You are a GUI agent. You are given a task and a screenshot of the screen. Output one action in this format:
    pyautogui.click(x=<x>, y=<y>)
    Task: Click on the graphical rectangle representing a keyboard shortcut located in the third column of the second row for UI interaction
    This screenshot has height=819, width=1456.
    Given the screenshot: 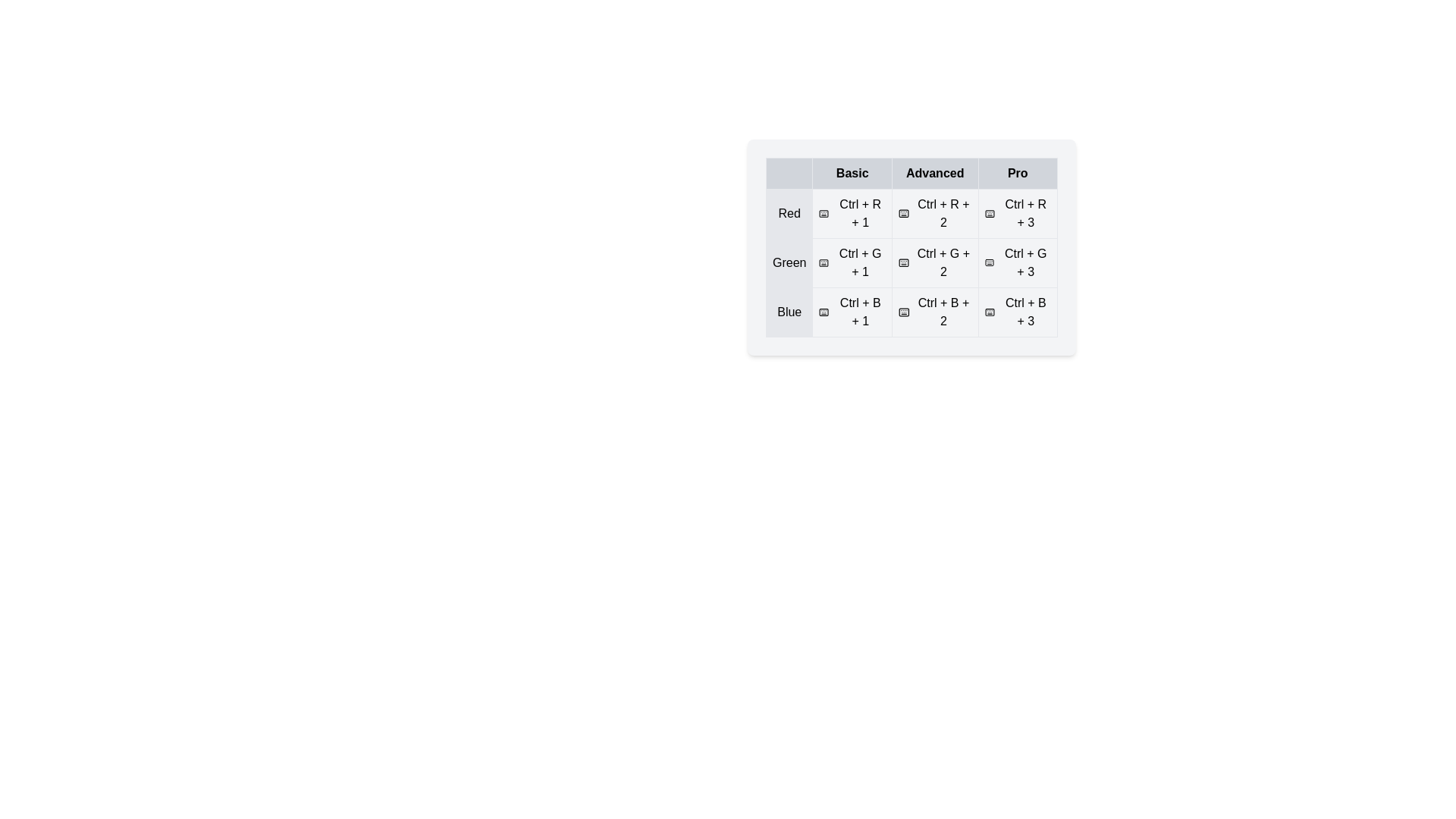 What is the action you would take?
    pyautogui.click(x=990, y=262)
    